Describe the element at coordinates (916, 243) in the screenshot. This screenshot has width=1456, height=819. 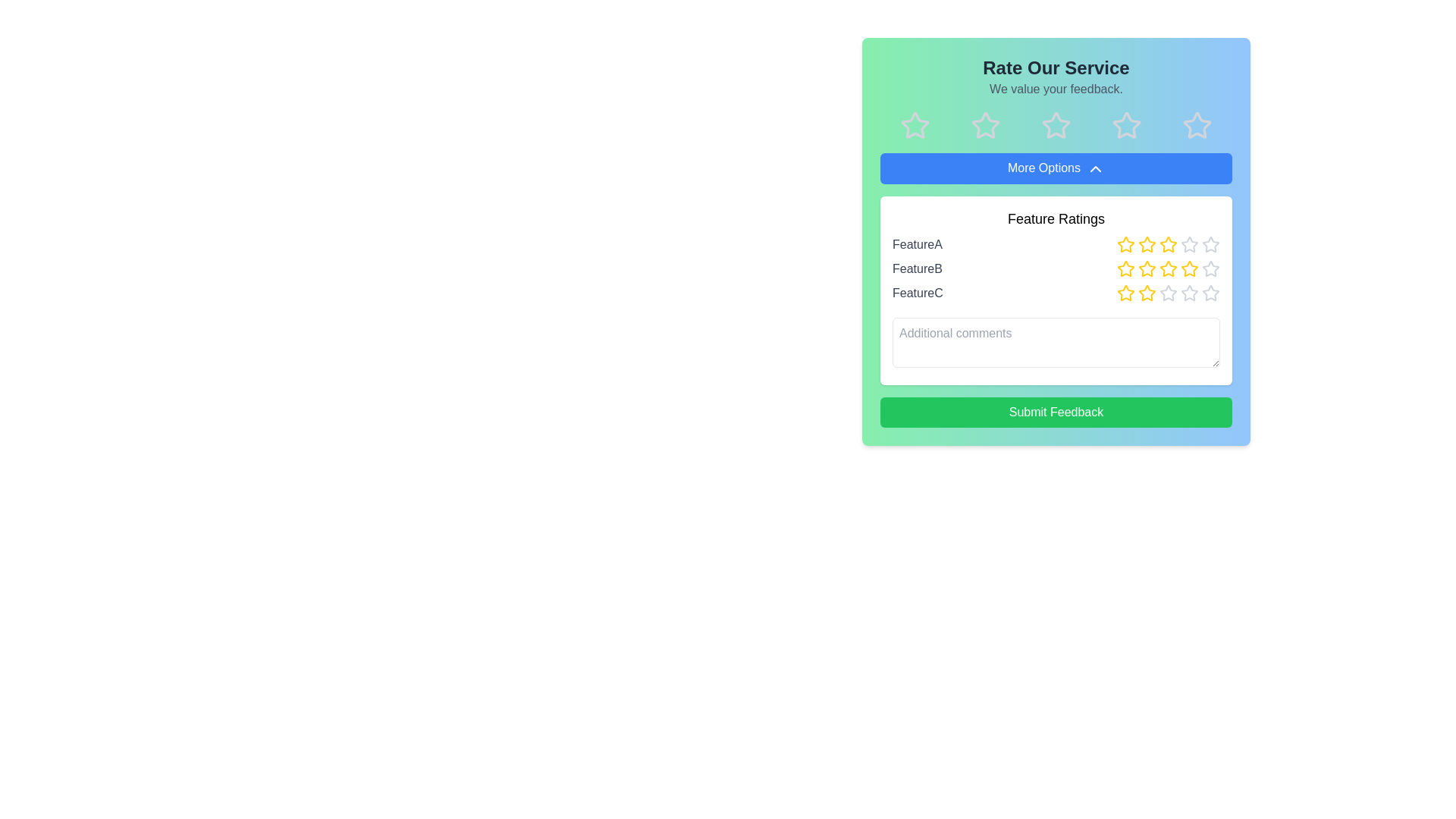
I see `the 'FeatureA' text label, which is the first item in the vertically aligned list of features within the 'Feature Ratings' block` at that location.